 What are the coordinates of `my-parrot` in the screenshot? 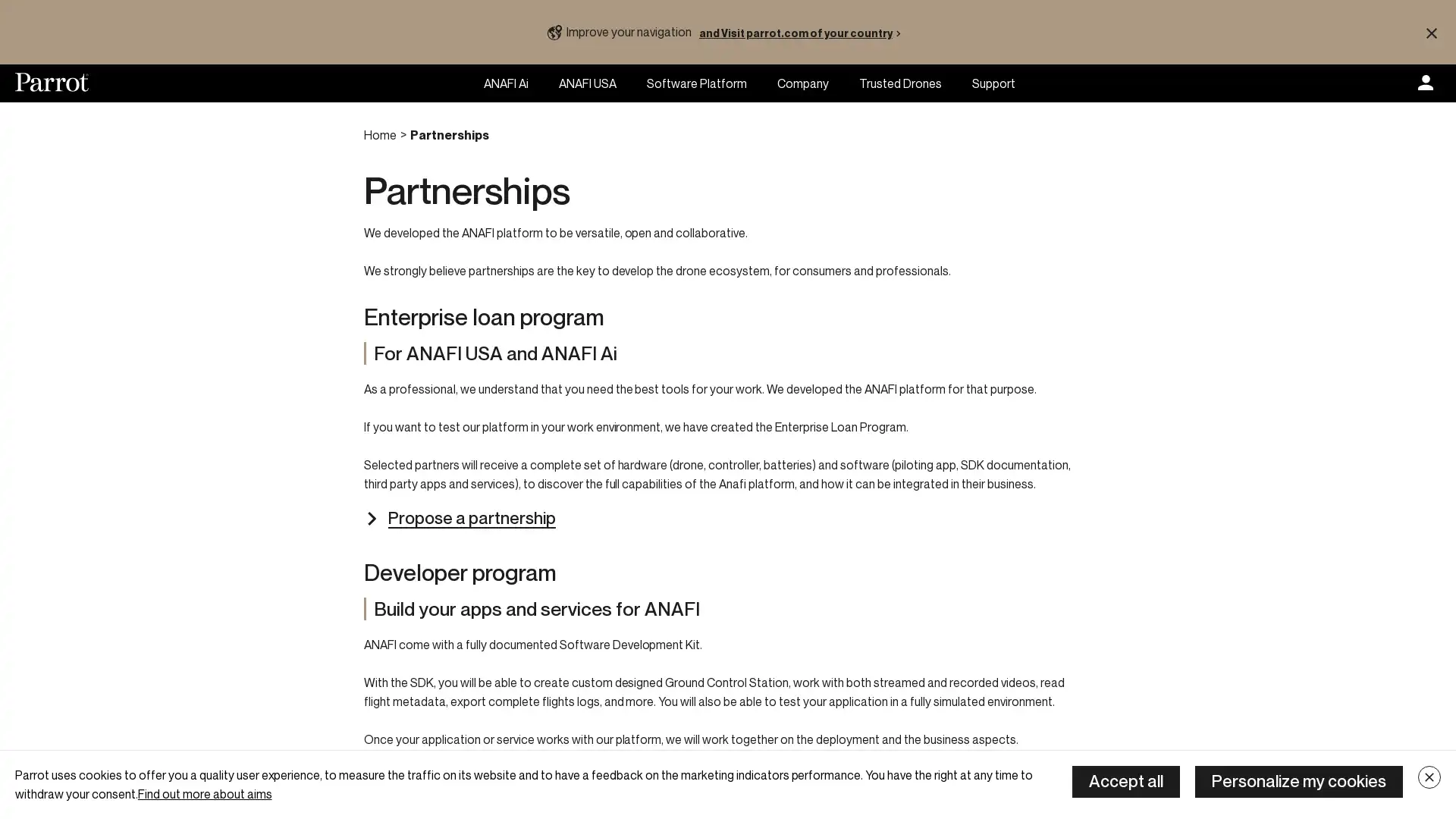 It's located at (1425, 83).